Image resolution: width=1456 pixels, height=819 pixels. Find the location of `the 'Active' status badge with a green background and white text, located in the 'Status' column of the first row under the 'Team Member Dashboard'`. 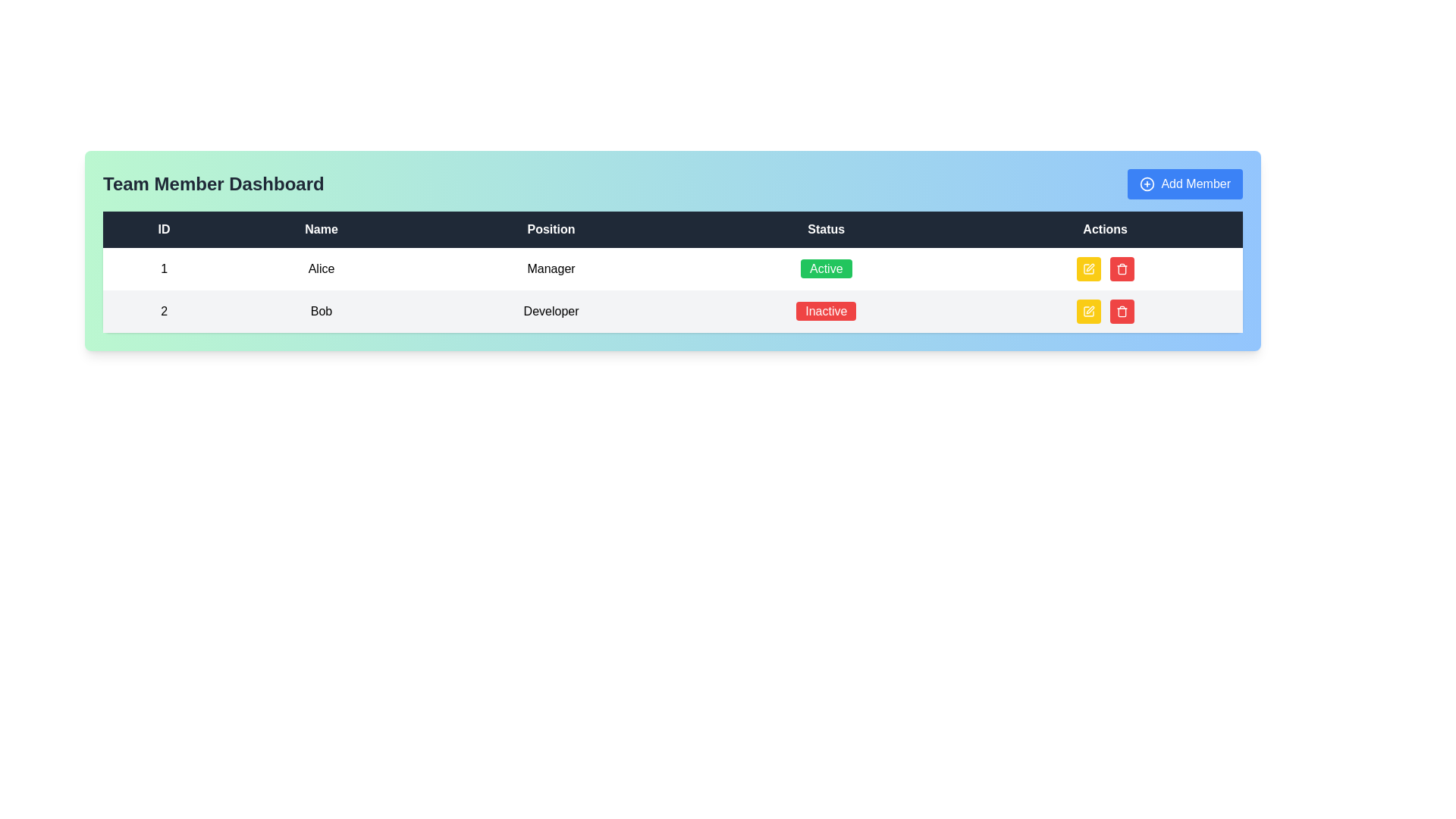

the 'Active' status badge with a green background and white text, located in the 'Status' column of the first row under the 'Team Member Dashboard' is located at coordinates (825, 268).